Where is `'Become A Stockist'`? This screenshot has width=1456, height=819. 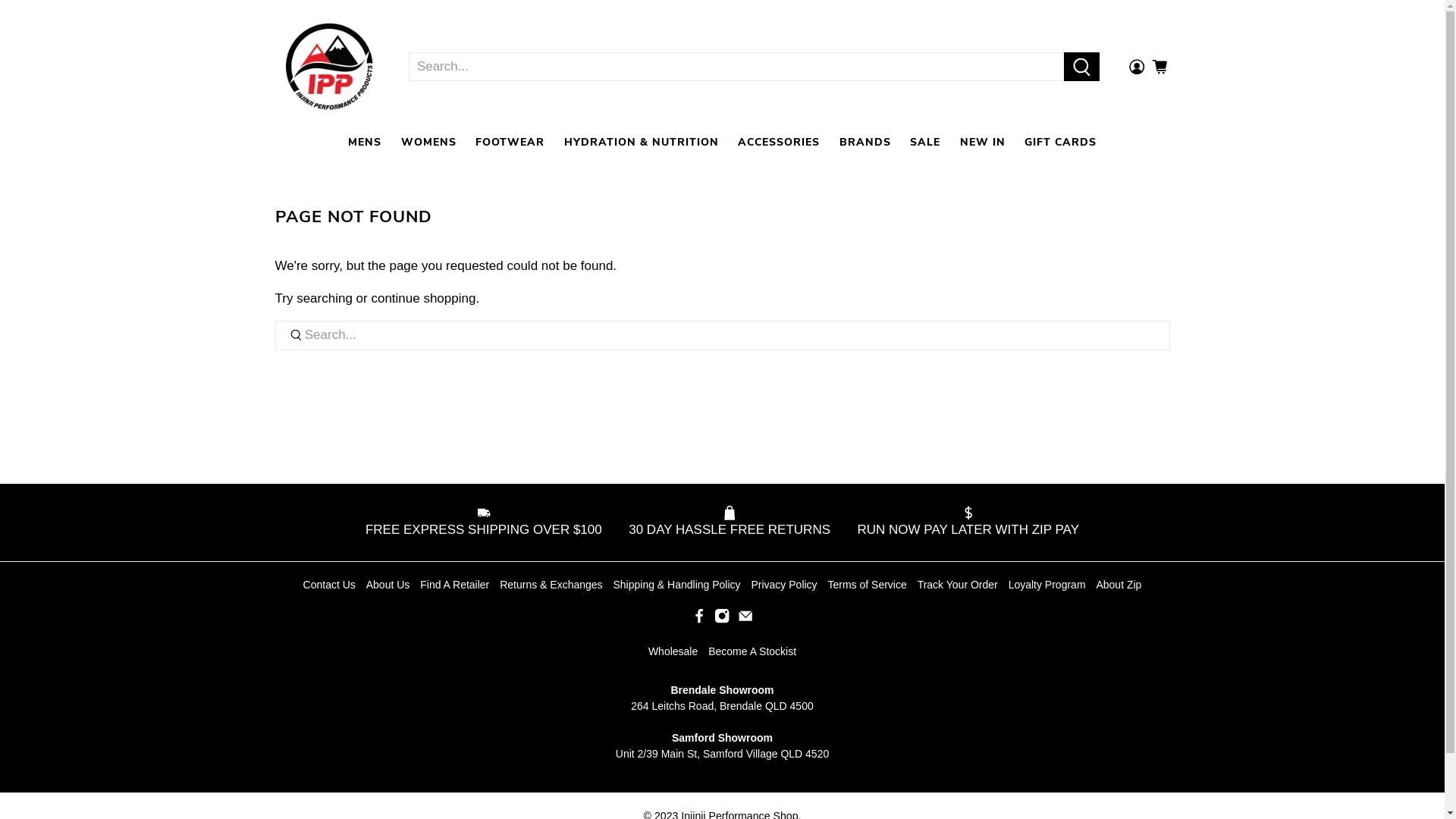 'Become A Stockist' is located at coordinates (752, 651).